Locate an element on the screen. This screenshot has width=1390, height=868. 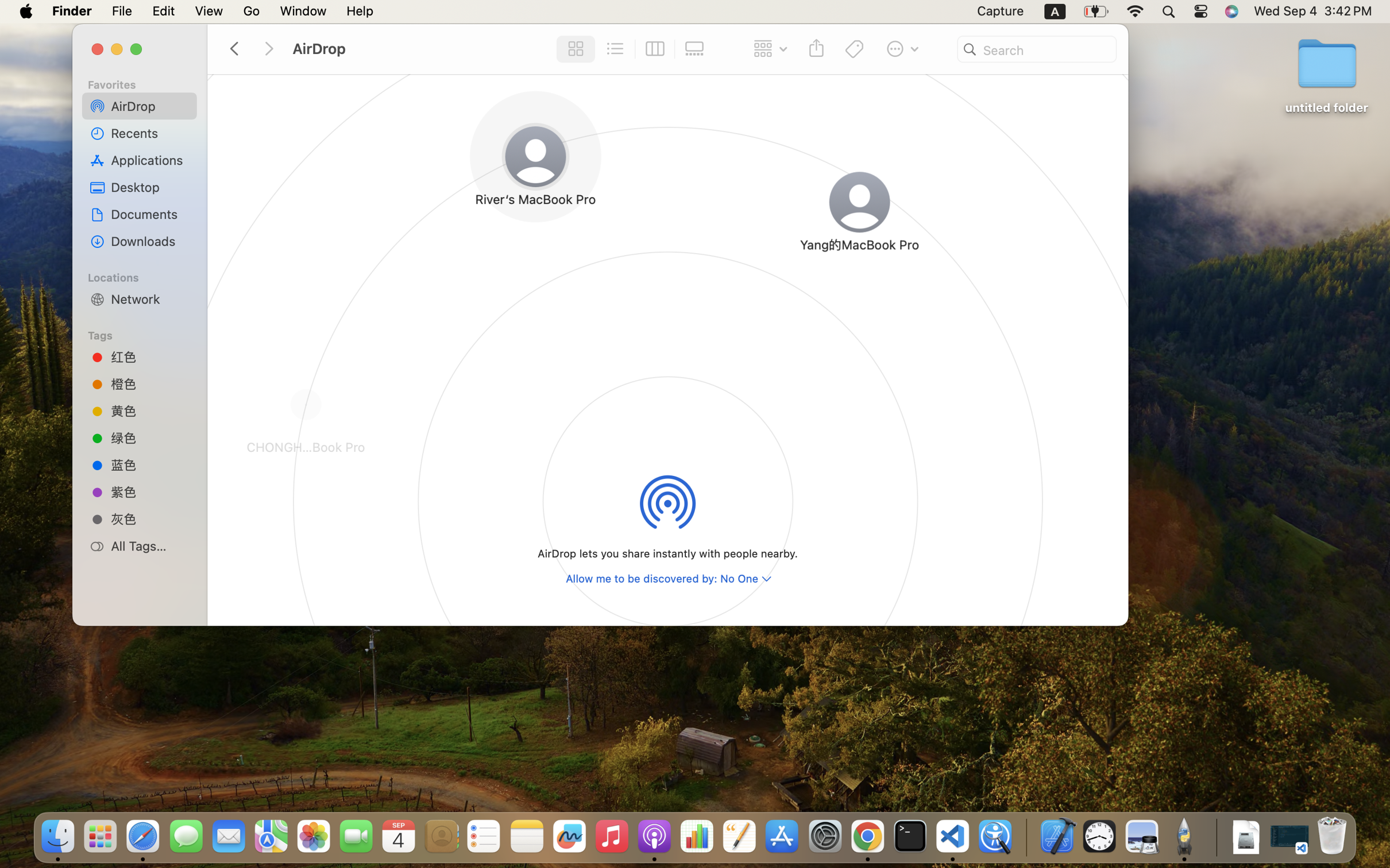
'Locations' is located at coordinates (144, 276).